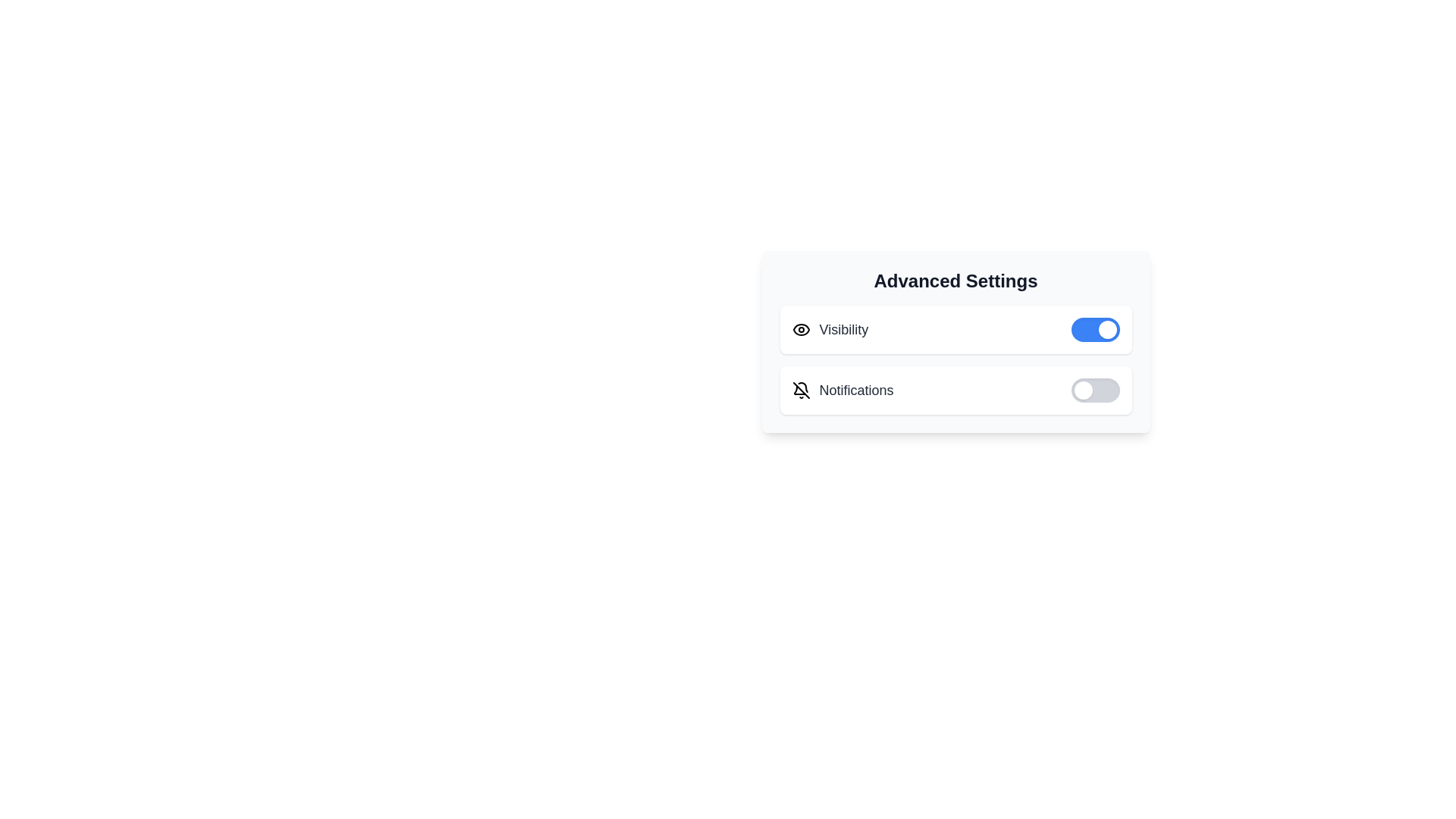 The height and width of the screenshot is (819, 1456). I want to click on the 'Advanced Settings' title text located at the top of the panel, so click(955, 281).